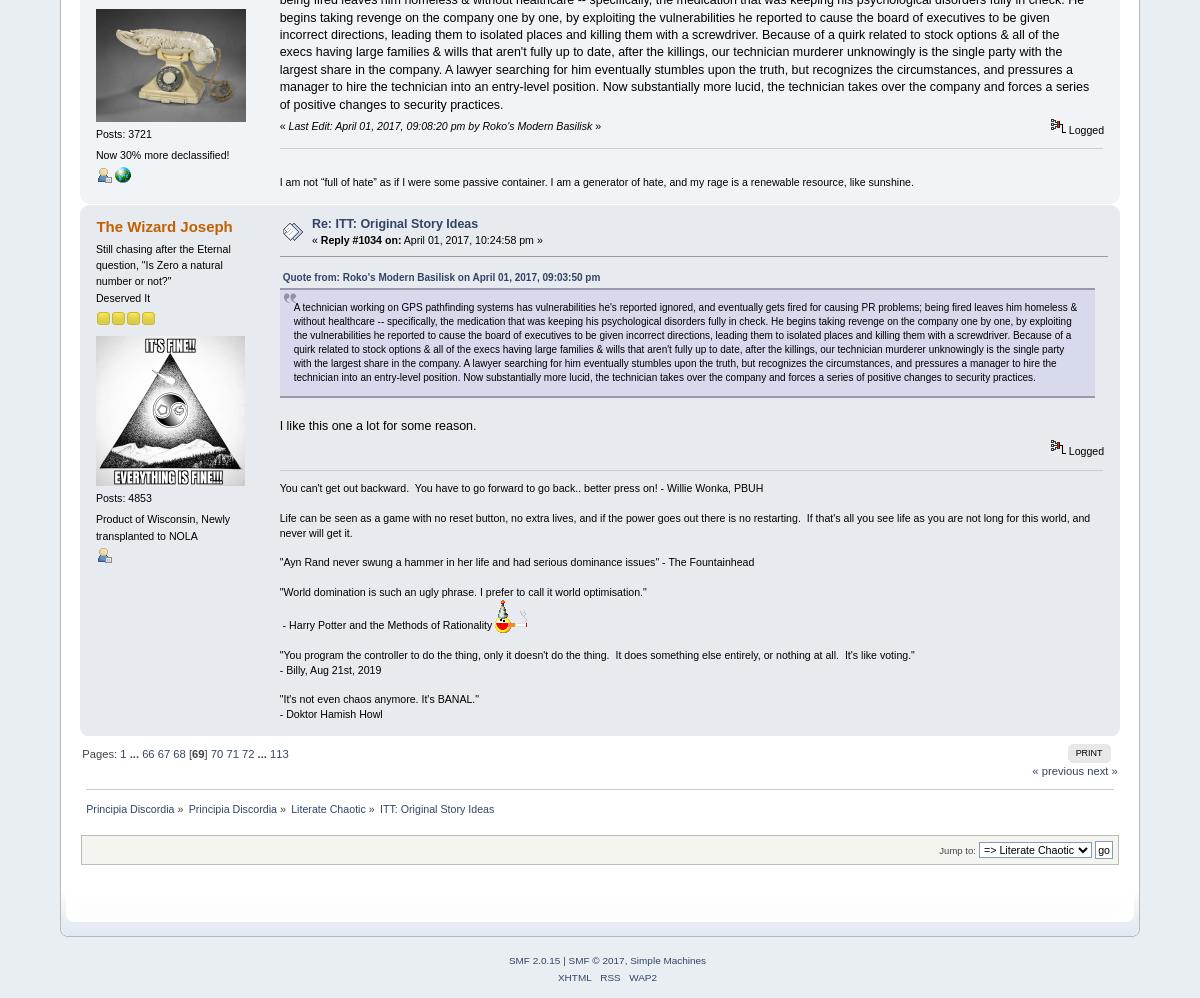 The width and height of the screenshot is (1200, 998). What do you see at coordinates (470, 239) in the screenshot?
I see `'April 01, 2017, 10:24:58 pm »'` at bounding box center [470, 239].